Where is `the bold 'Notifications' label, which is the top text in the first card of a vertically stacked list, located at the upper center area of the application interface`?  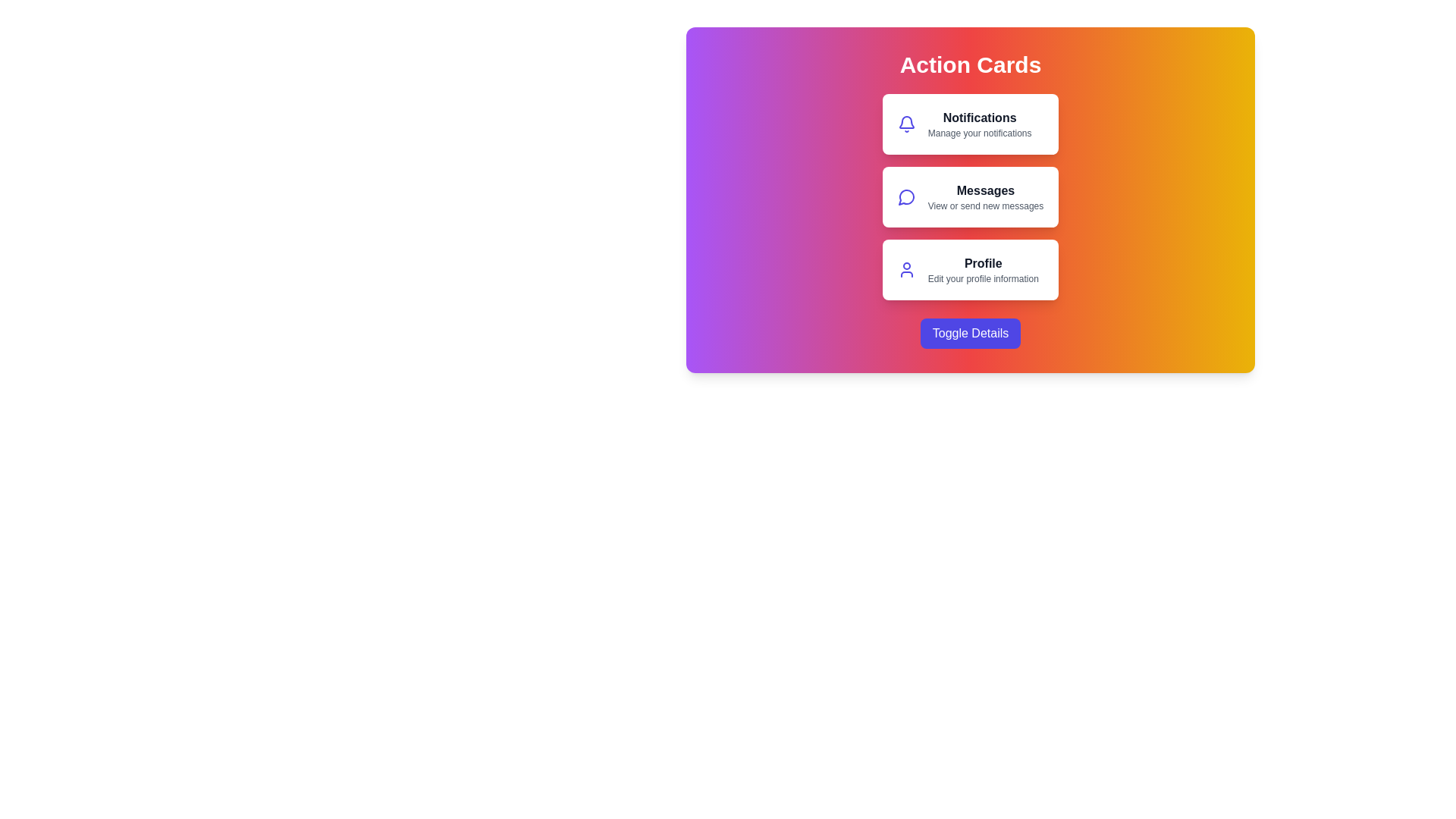 the bold 'Notifications' label, which is the top text in the first card of a vertically stacked list, located at the upper center area of the application interface is located at coordinates (980, 117).